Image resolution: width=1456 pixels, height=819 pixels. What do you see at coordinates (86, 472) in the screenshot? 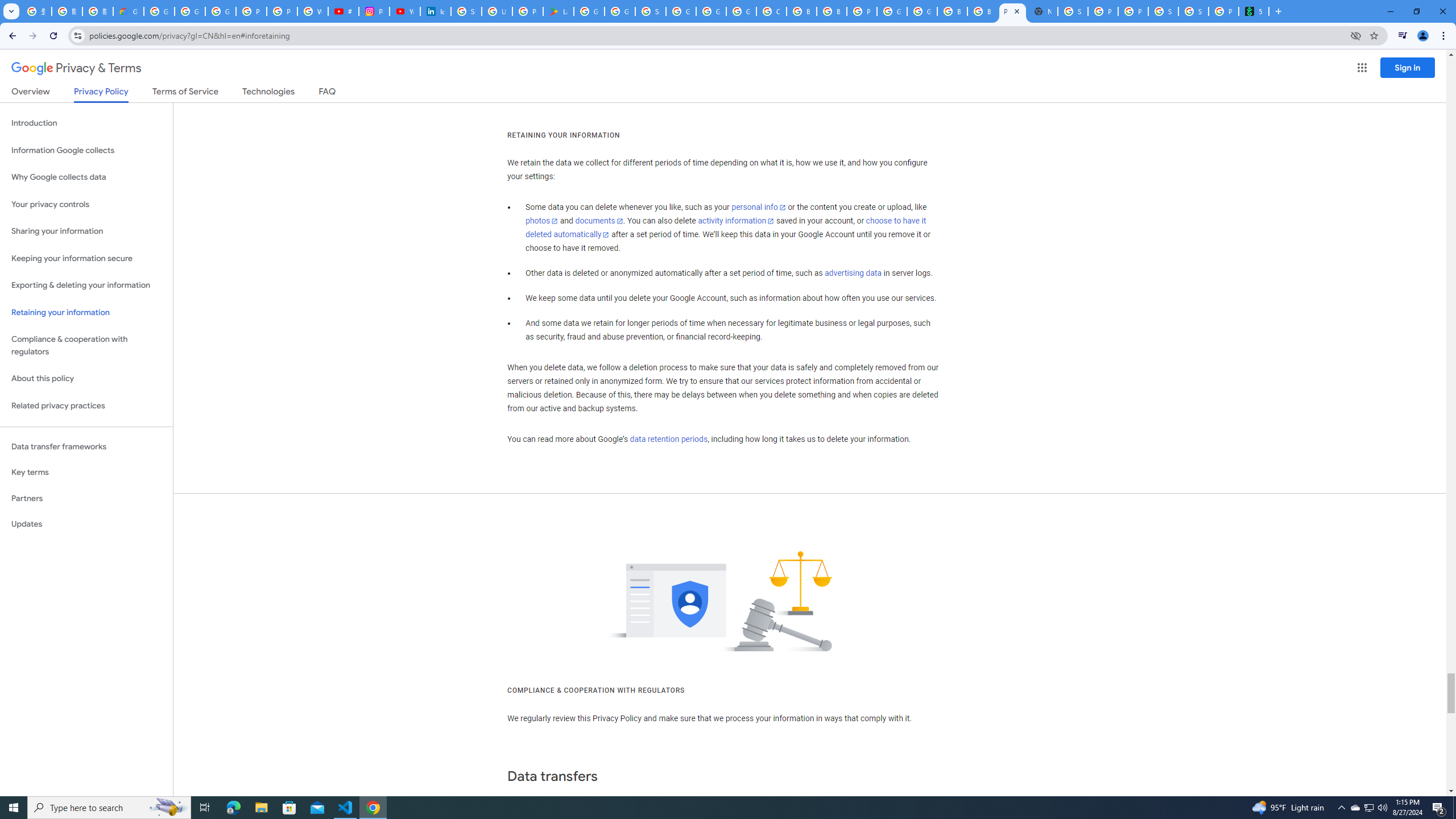
I see `'Key terms'` at bounding box center [86, 472].